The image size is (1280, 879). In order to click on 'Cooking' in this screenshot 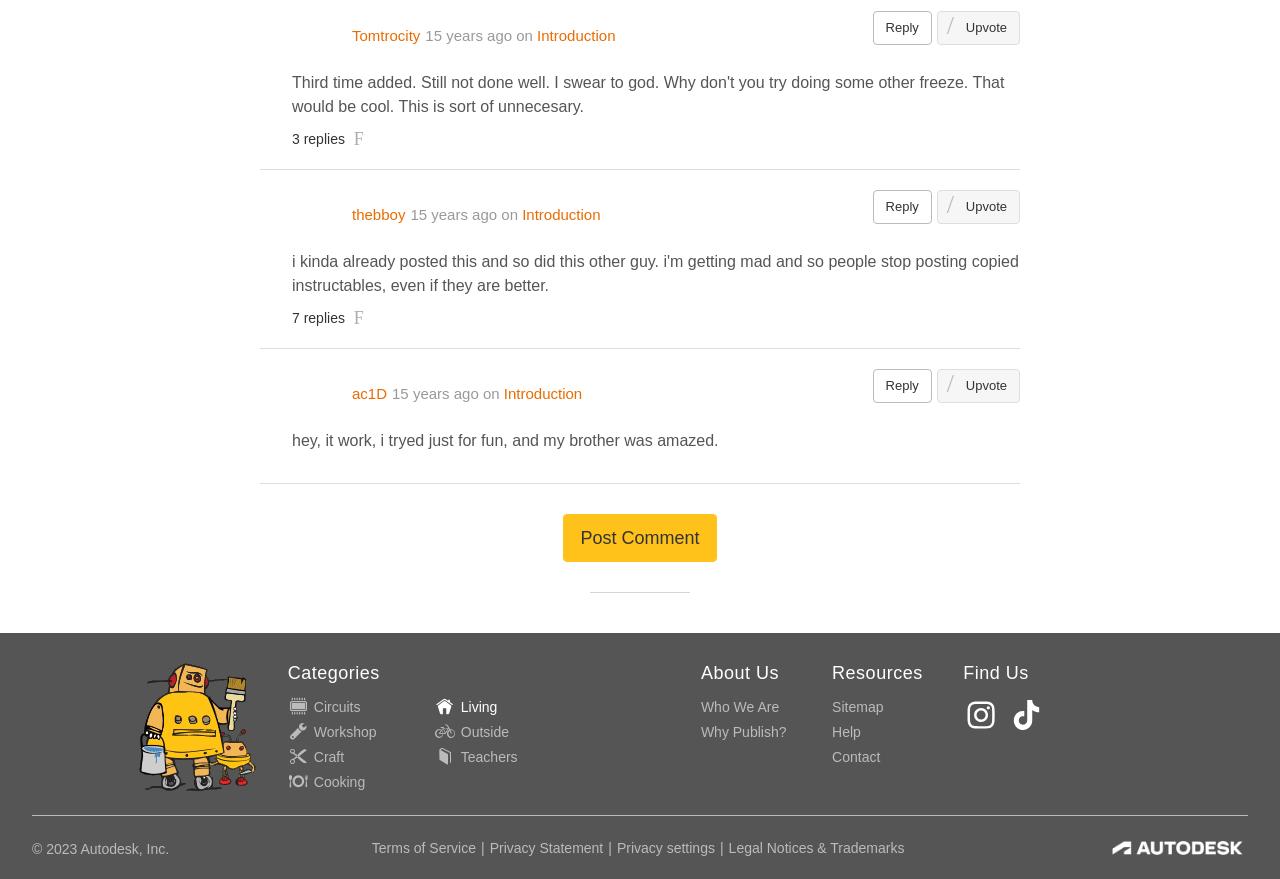, I will do `click(311, 781)`.